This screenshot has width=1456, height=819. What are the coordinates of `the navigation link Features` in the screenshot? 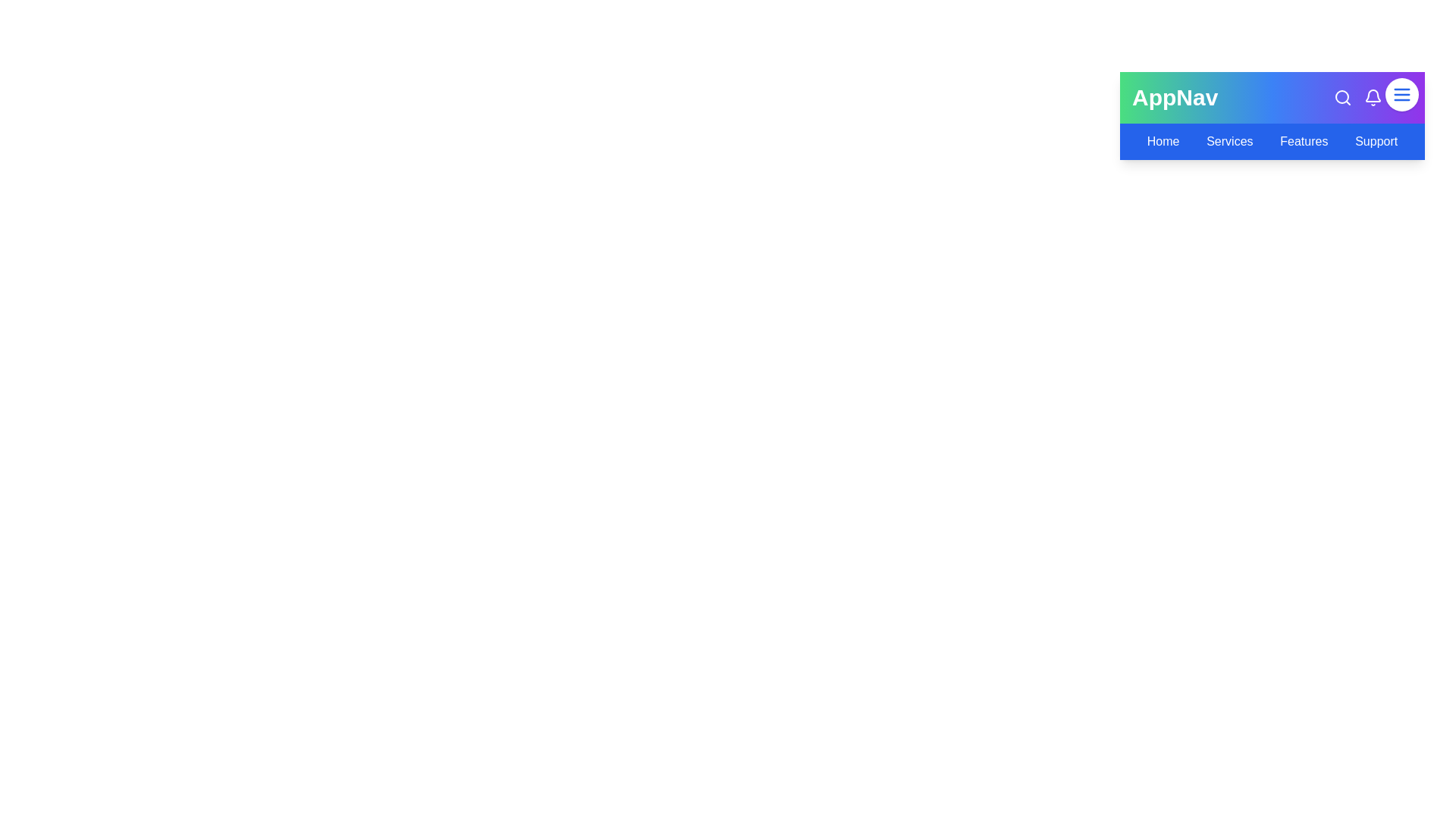 It's located at (1303, 141).